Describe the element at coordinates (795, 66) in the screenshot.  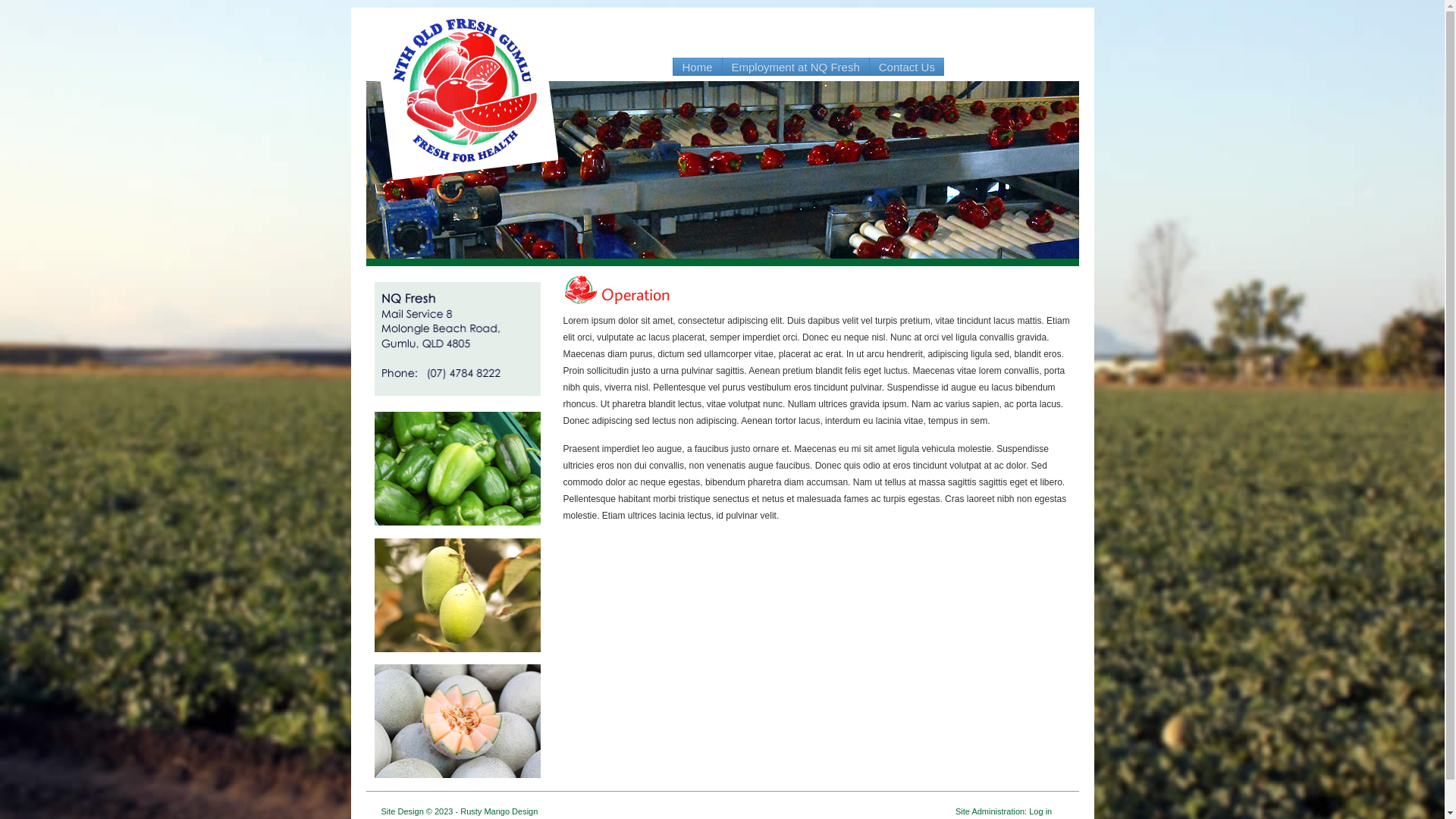
I see `'Employment at NQ Fresh'` at that location.